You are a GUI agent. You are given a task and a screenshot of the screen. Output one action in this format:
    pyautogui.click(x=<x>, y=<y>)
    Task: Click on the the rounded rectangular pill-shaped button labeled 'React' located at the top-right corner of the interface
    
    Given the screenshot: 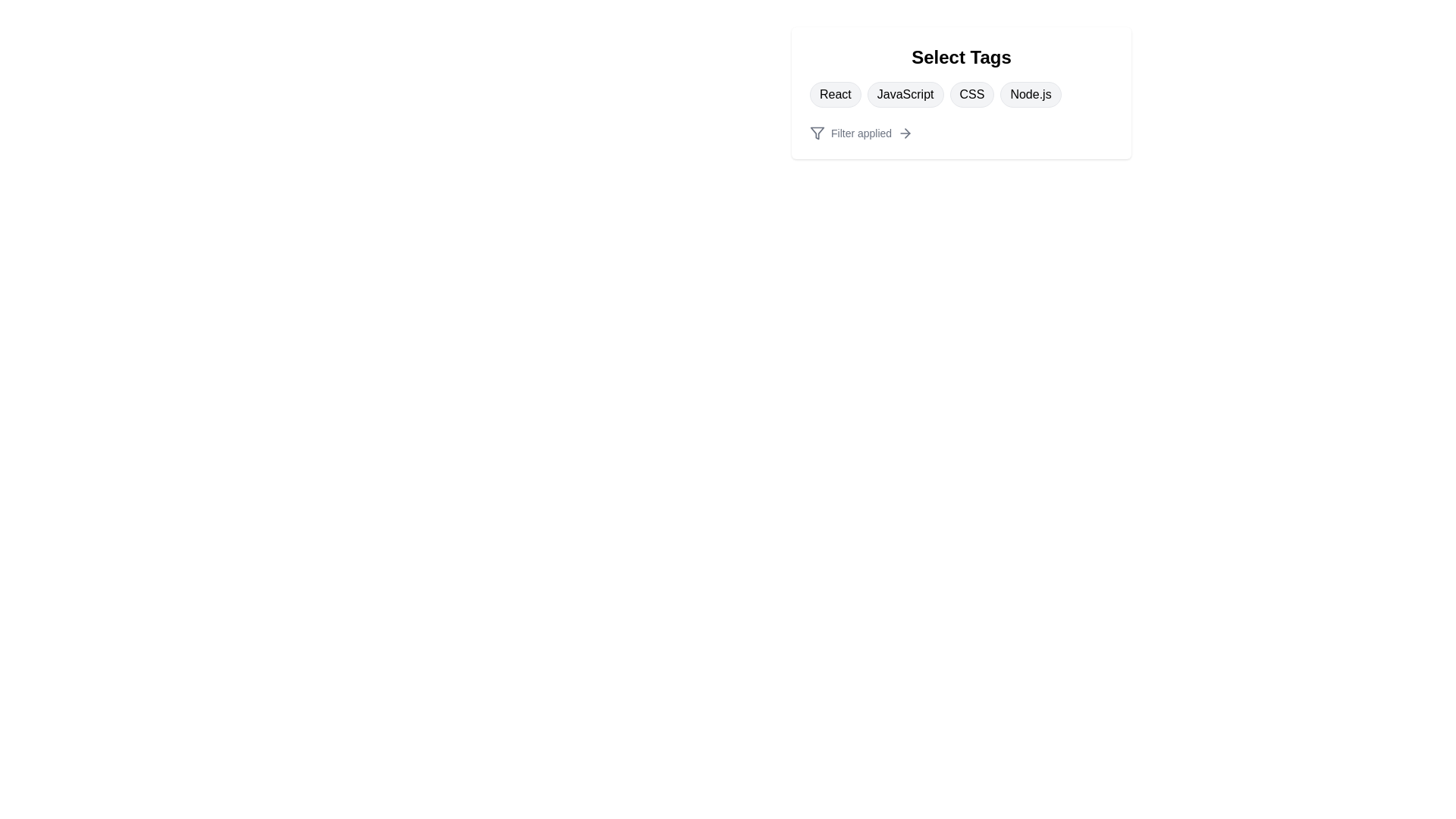 What is the action you would take?
    pyautogui.click(x=834, y=94)
    